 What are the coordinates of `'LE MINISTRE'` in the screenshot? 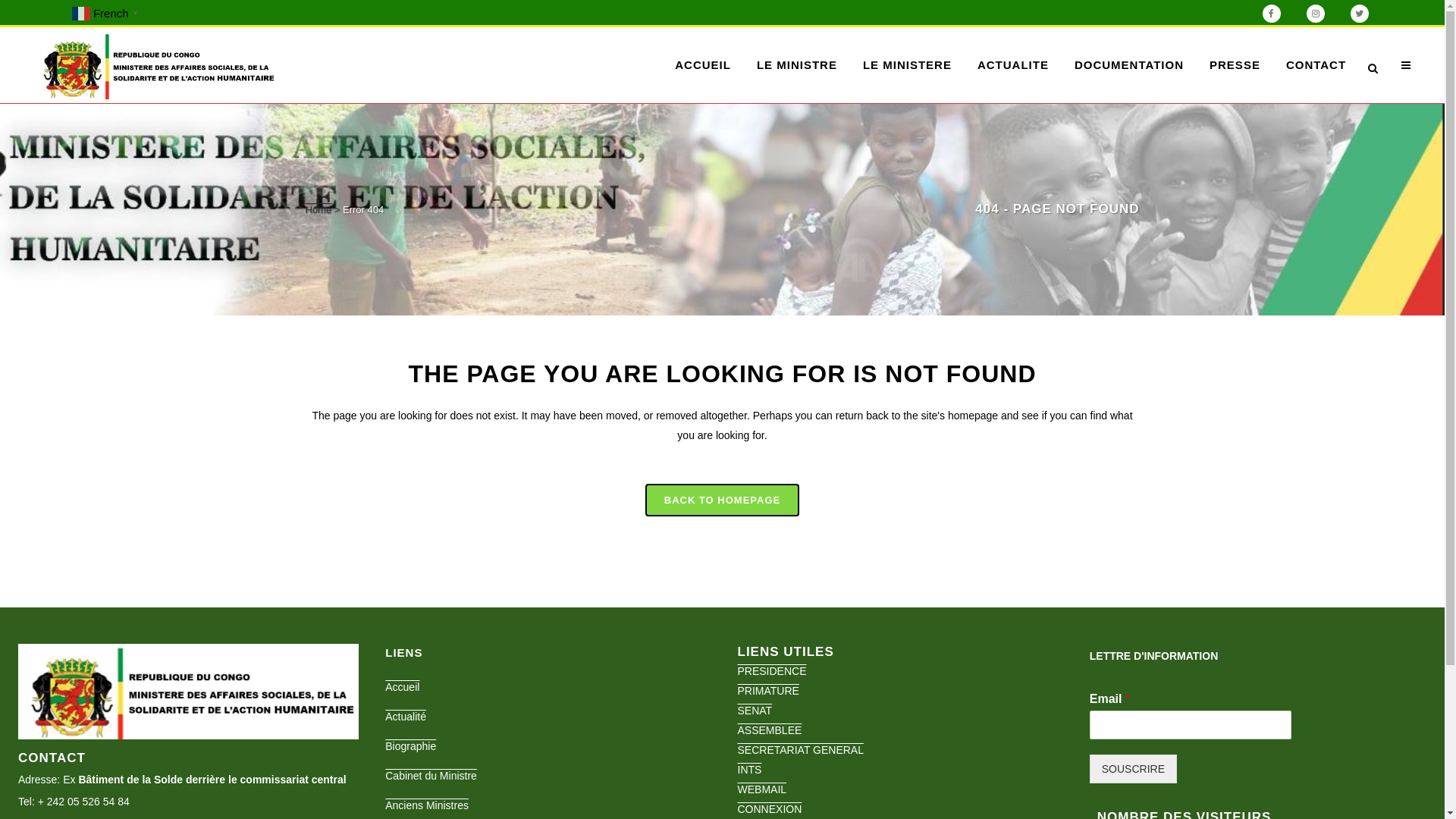 It's located at (796, 64).